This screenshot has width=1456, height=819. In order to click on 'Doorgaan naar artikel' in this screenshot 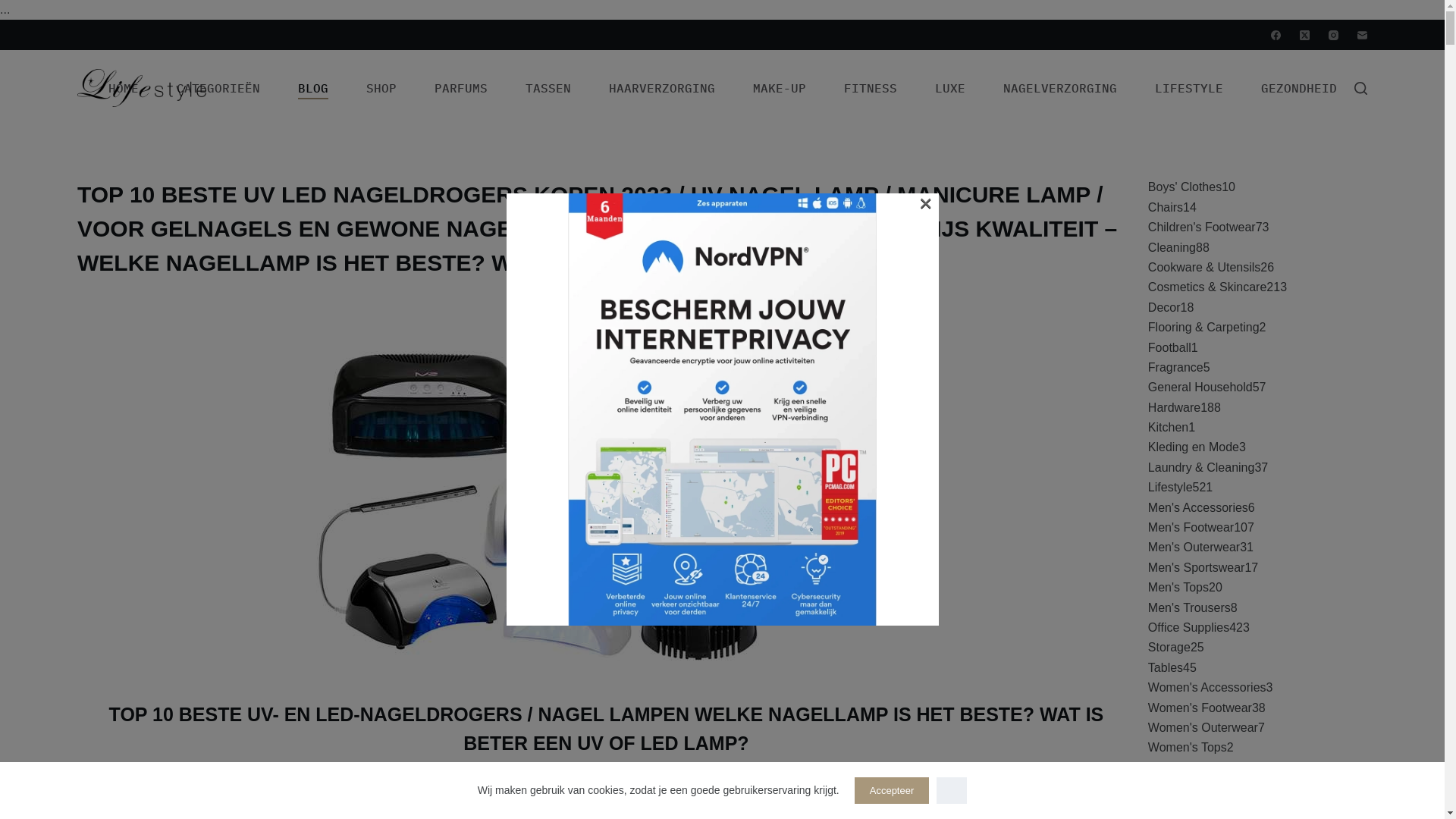, I will do `click(14, 8)`.